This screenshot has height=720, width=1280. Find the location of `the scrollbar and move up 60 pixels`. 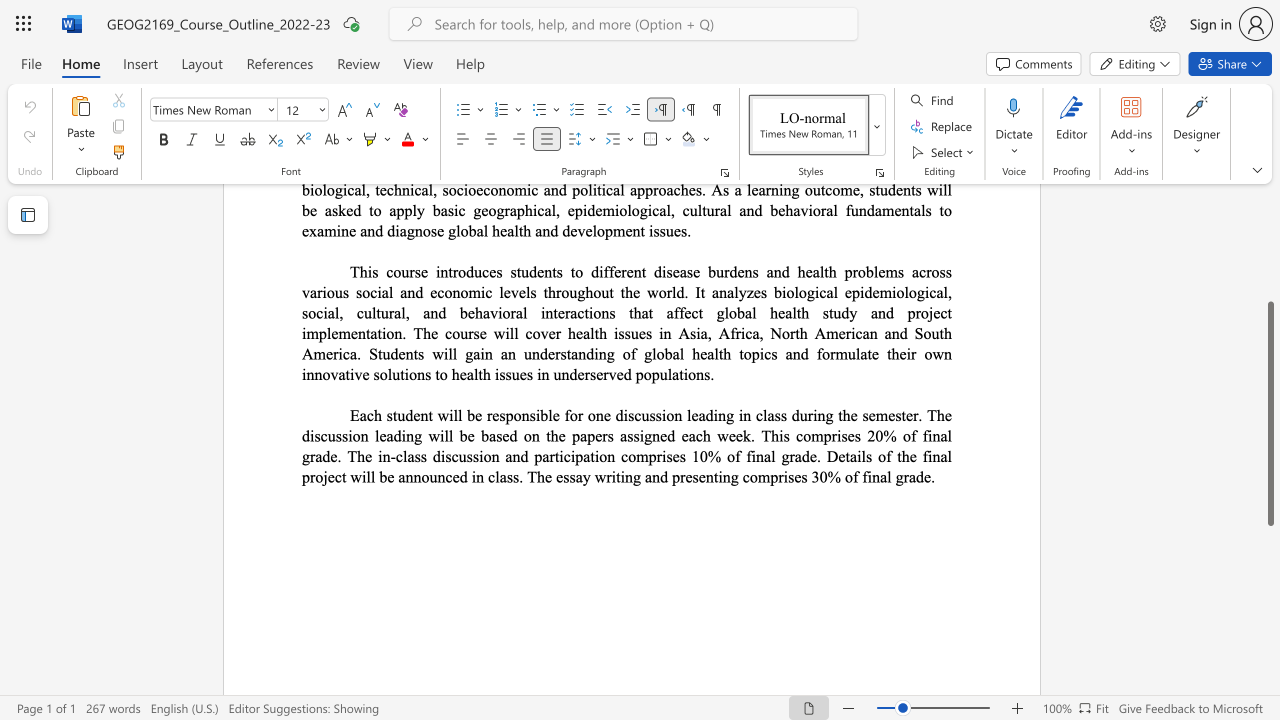

the scrollbar and move up 60 pixels is located at coordinates (1269, 412).